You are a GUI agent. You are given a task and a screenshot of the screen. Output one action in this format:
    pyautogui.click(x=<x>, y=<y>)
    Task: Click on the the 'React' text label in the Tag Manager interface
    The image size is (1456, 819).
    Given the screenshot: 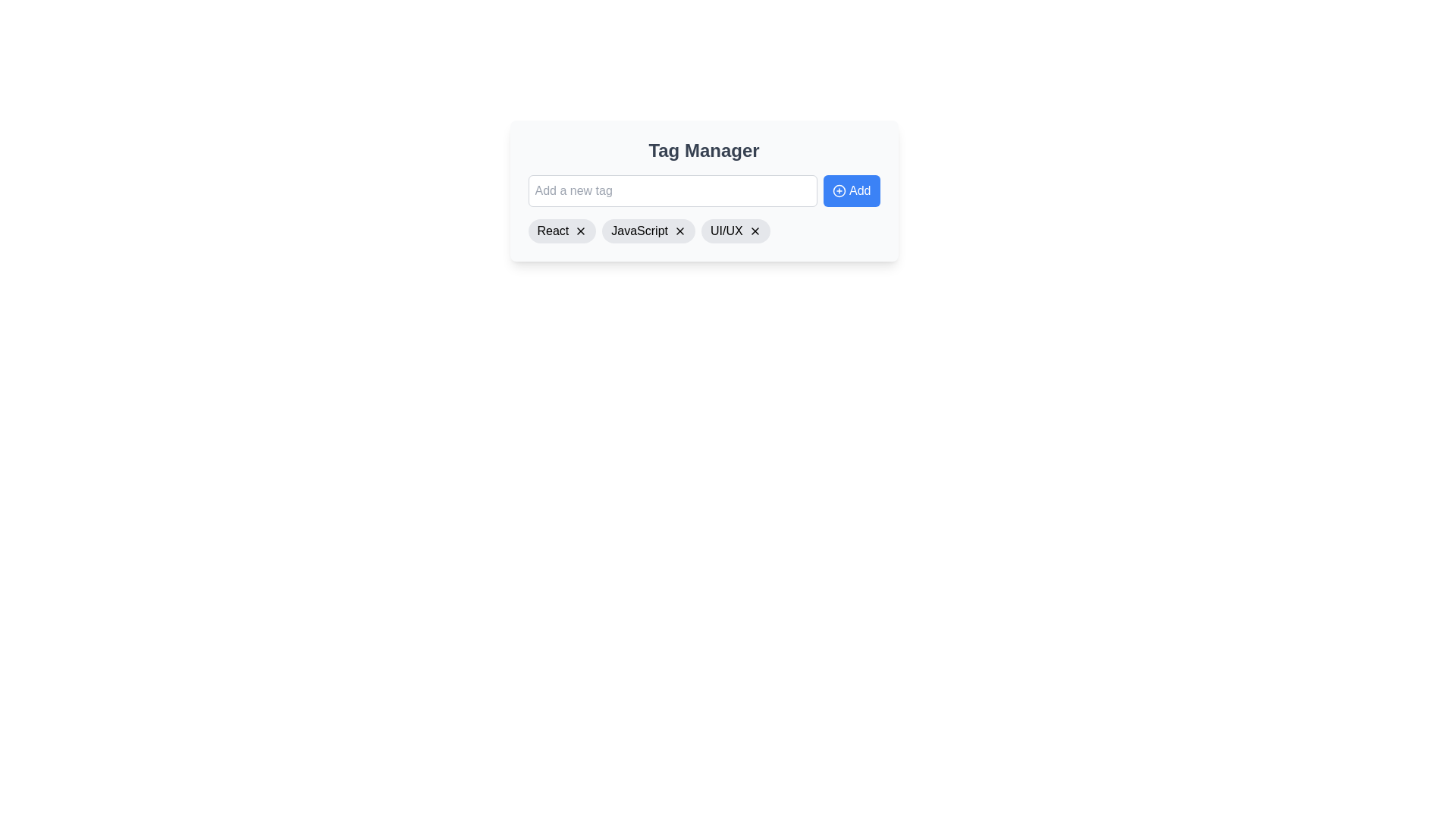 What is the action you would take?
    pyautogui.click(x=552, y=231)
    